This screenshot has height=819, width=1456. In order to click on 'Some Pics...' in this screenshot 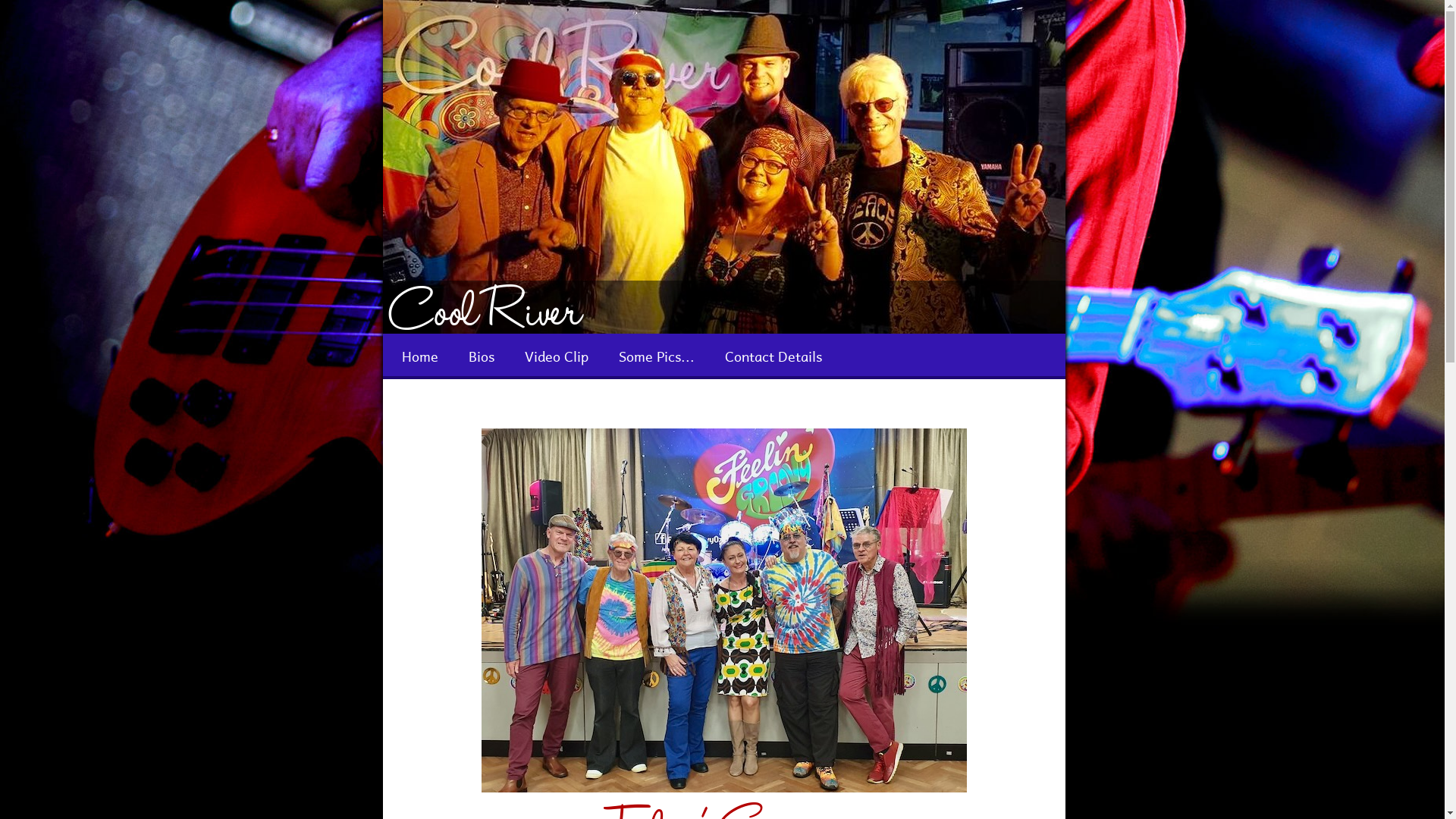, I will do `click(656, 356)`.